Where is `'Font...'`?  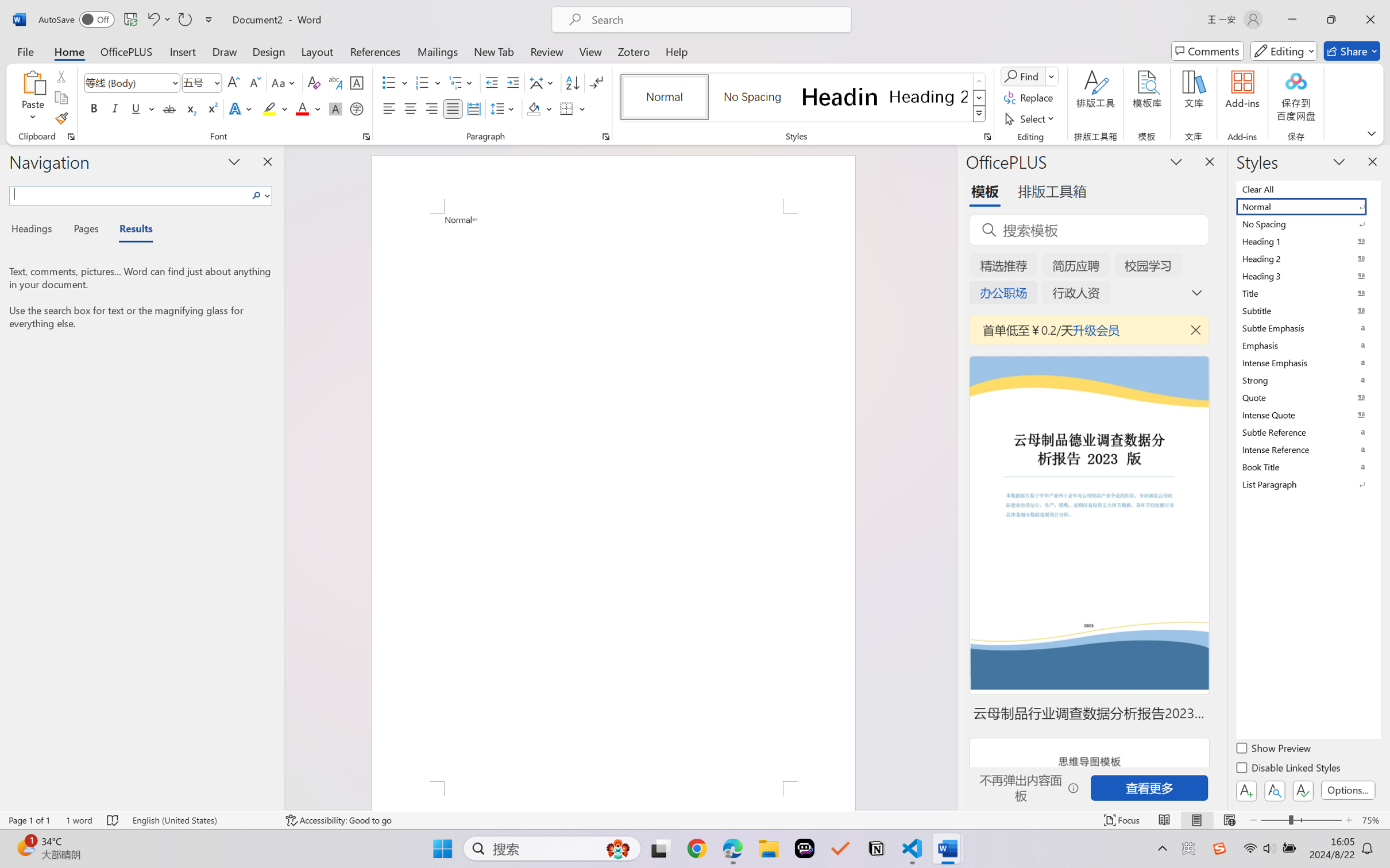 'Font...' is located at coordinates (366, 136).